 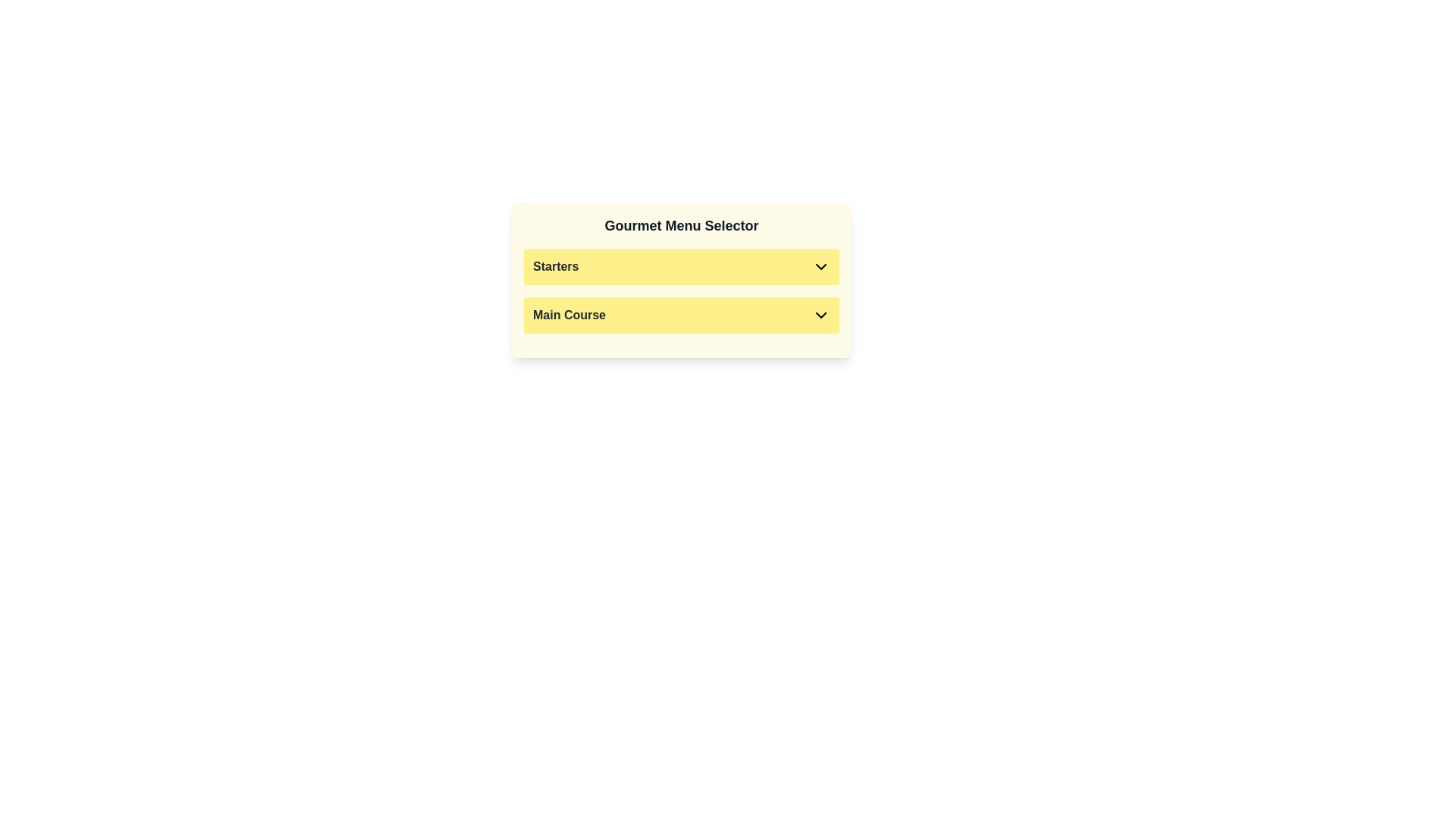 What do you see at coordinates (821, 265) in the screenshot?
I see `the chevron-down icon located at the far right side of the light yellow dropdown field labeled 'Starters' in the 'Gourmet Menu Selector' interface for an alternate interaction` at bounding box center [821, 265].